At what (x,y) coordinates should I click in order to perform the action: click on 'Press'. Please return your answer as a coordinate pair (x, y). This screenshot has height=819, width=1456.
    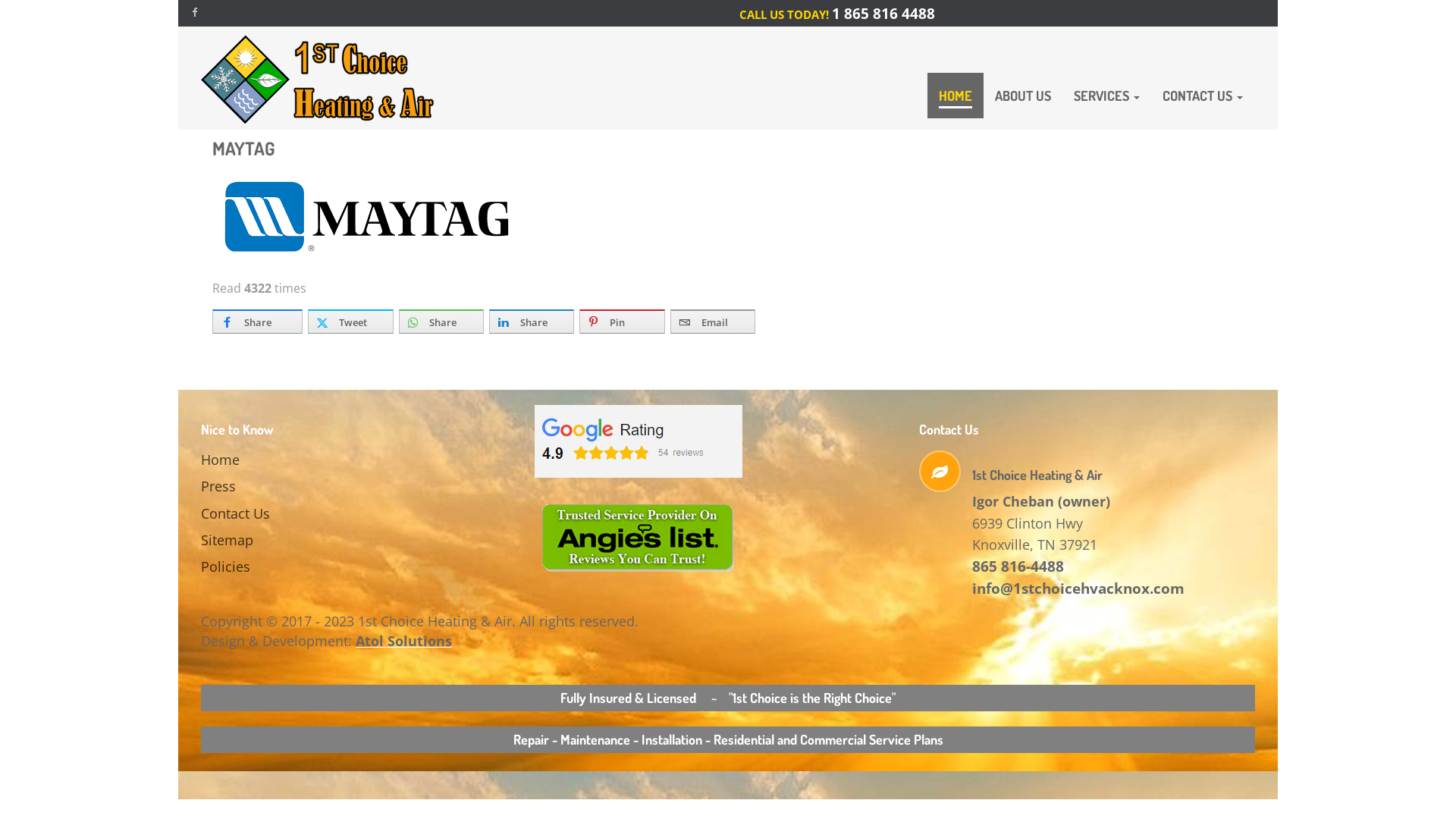
    Looking at the image, I should click on (279, 486).